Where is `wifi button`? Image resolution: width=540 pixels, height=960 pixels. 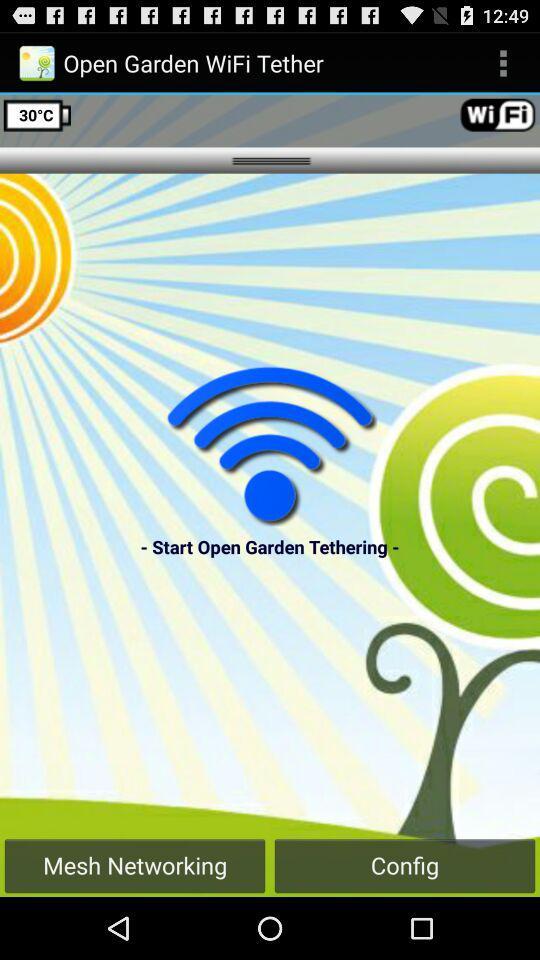
wifi button is located at coordinates (270, 445).